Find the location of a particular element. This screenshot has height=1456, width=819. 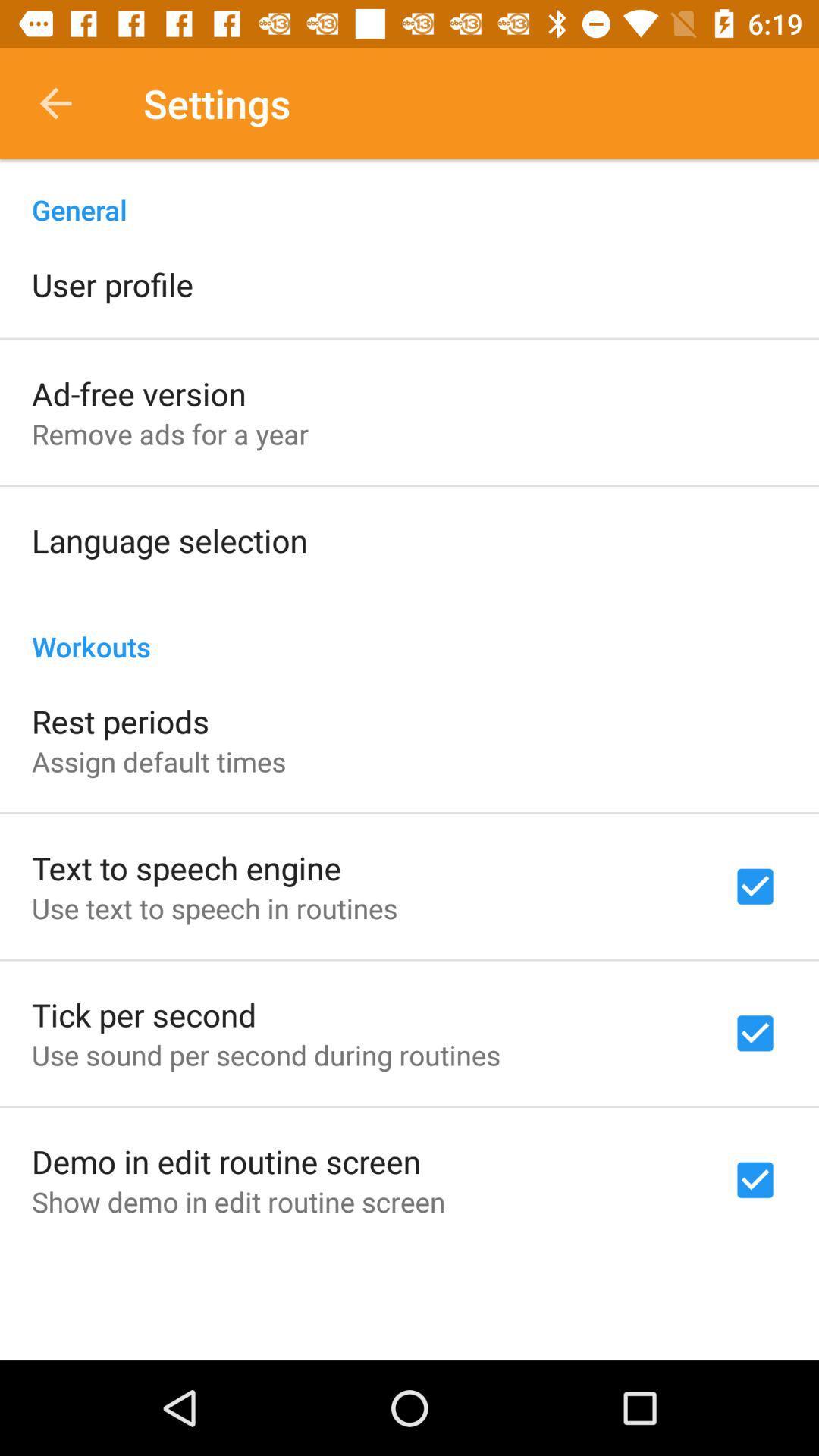

the item below user profile icon is located at coordinates (139, 393).